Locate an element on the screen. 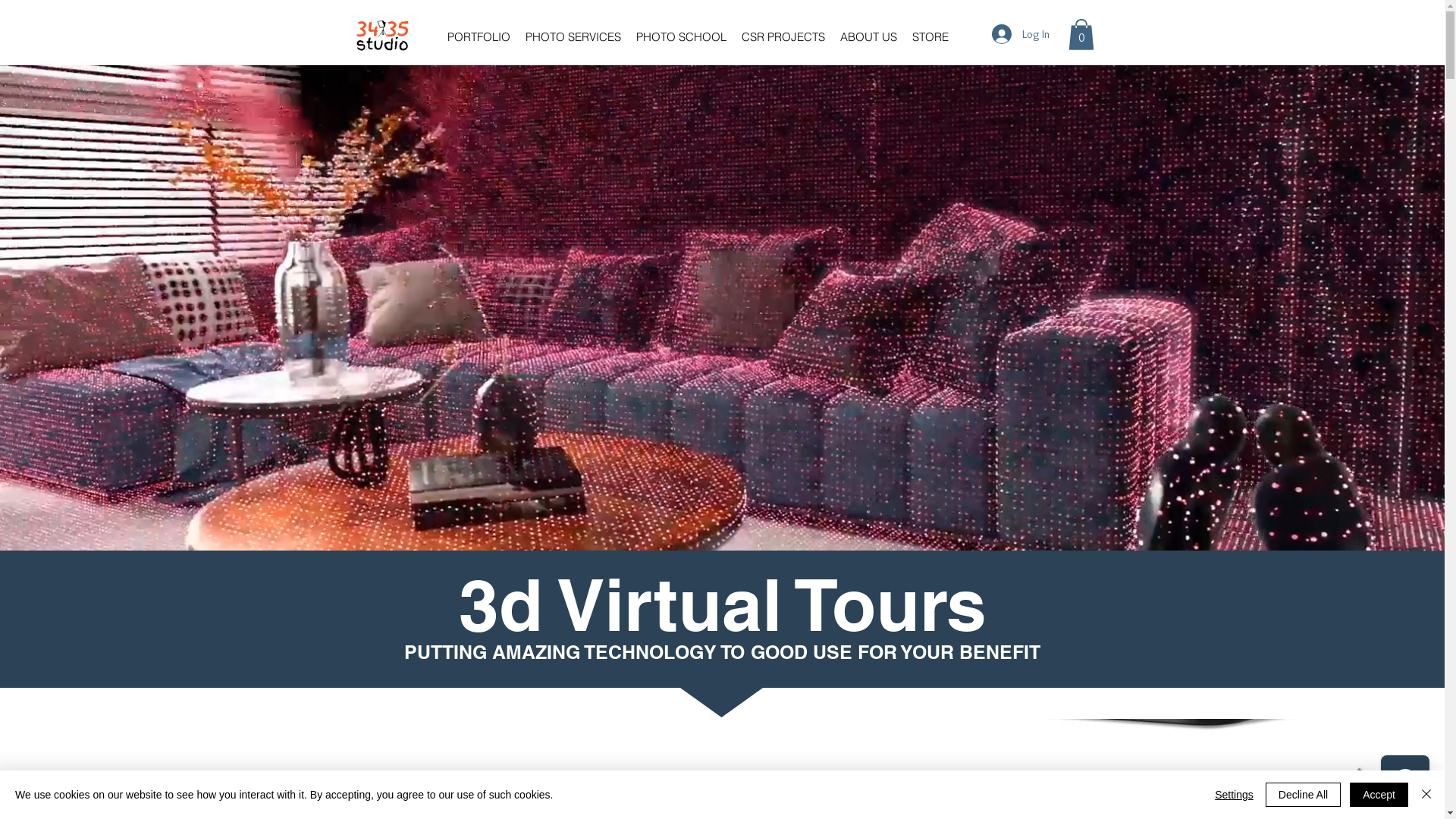  '34 35 studio Home Page' is located at coordinates (349, 36).